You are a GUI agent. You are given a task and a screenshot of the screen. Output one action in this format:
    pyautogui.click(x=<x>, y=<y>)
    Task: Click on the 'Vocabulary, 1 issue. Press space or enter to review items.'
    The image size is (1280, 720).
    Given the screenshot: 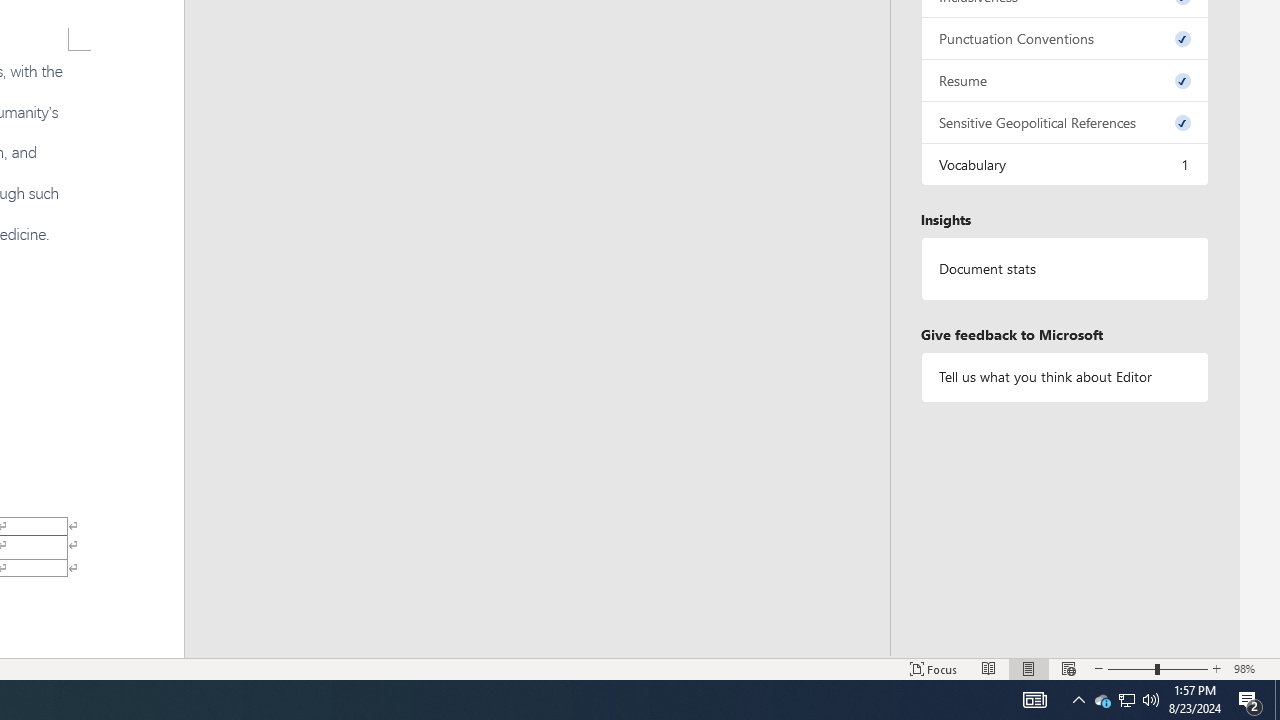 What is the action you would take?
    pyautogui.click(x=1063, y=163)
    